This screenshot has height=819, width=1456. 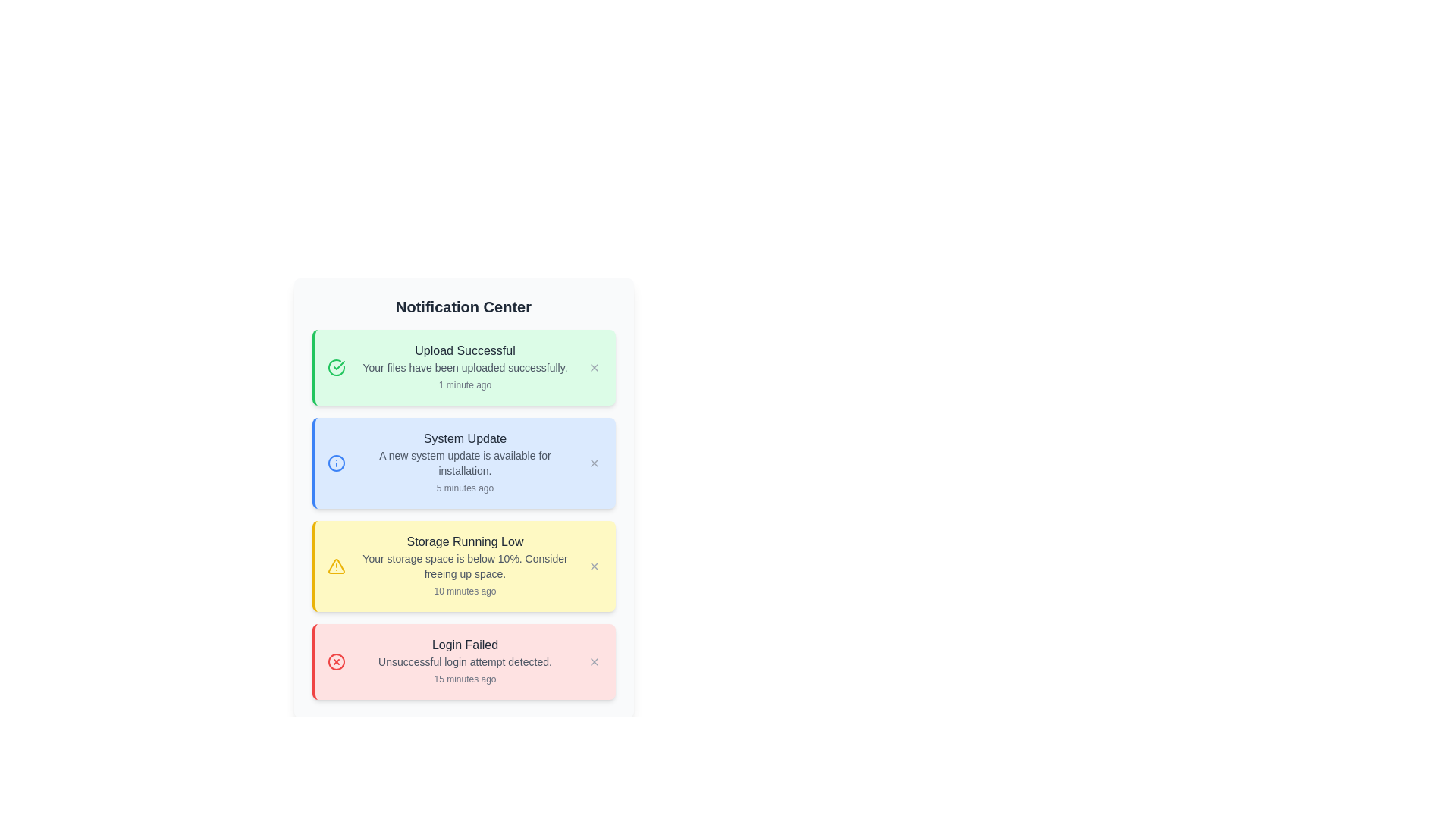 What do you see at coordinates (463, 307) in the screenshot?
I see `the 'Notification Center' text element, which is displayed in bold dark gray at the top of the notification panel` at bounding box center [463, 307].